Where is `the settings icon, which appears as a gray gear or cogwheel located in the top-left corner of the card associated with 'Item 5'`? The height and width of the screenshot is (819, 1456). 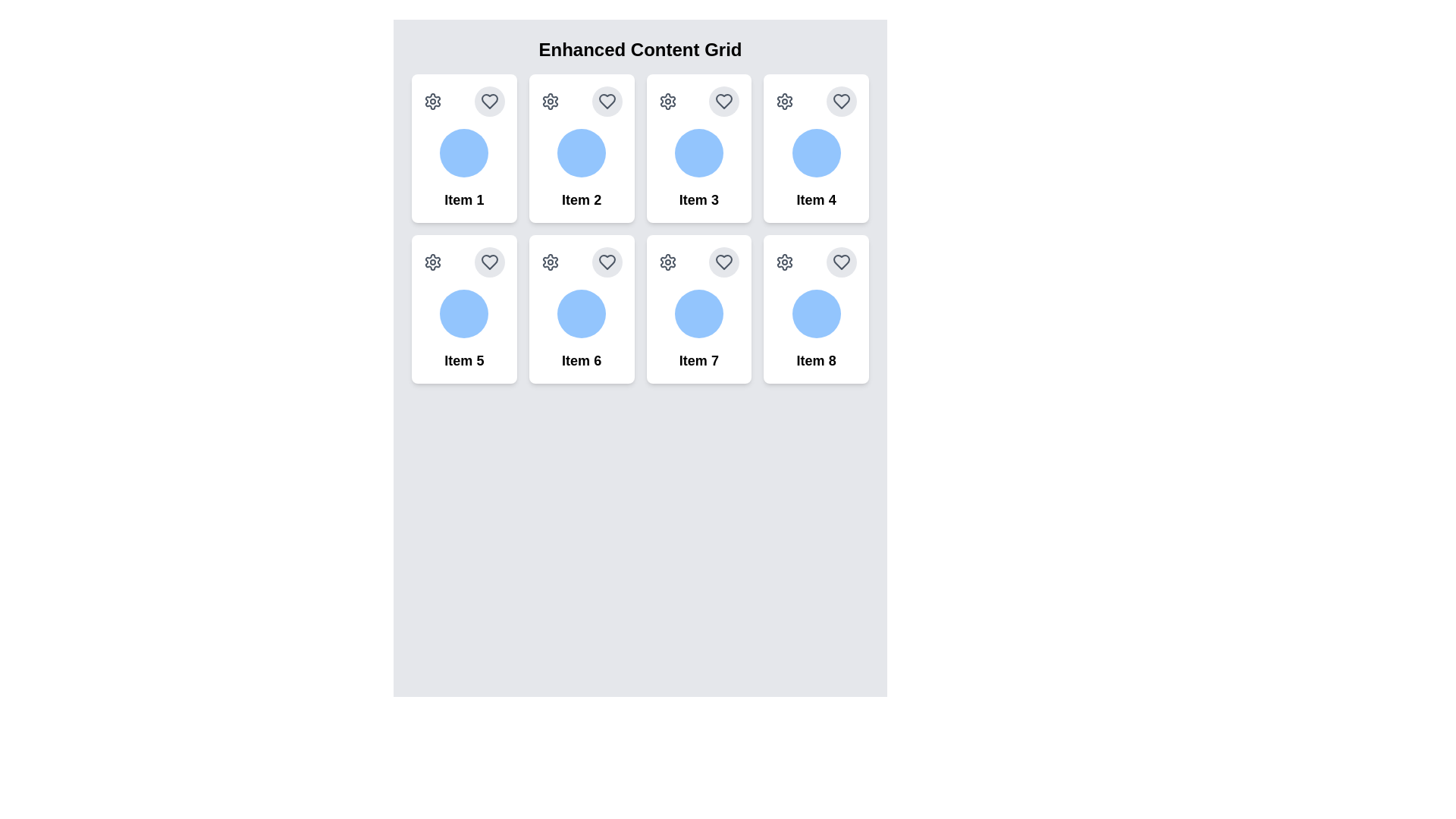
the settings icon, which appears as a gray gear or cogwheel located in the top-left corner of the card associated with 'Item 5' is located at coordinates (432, 262).